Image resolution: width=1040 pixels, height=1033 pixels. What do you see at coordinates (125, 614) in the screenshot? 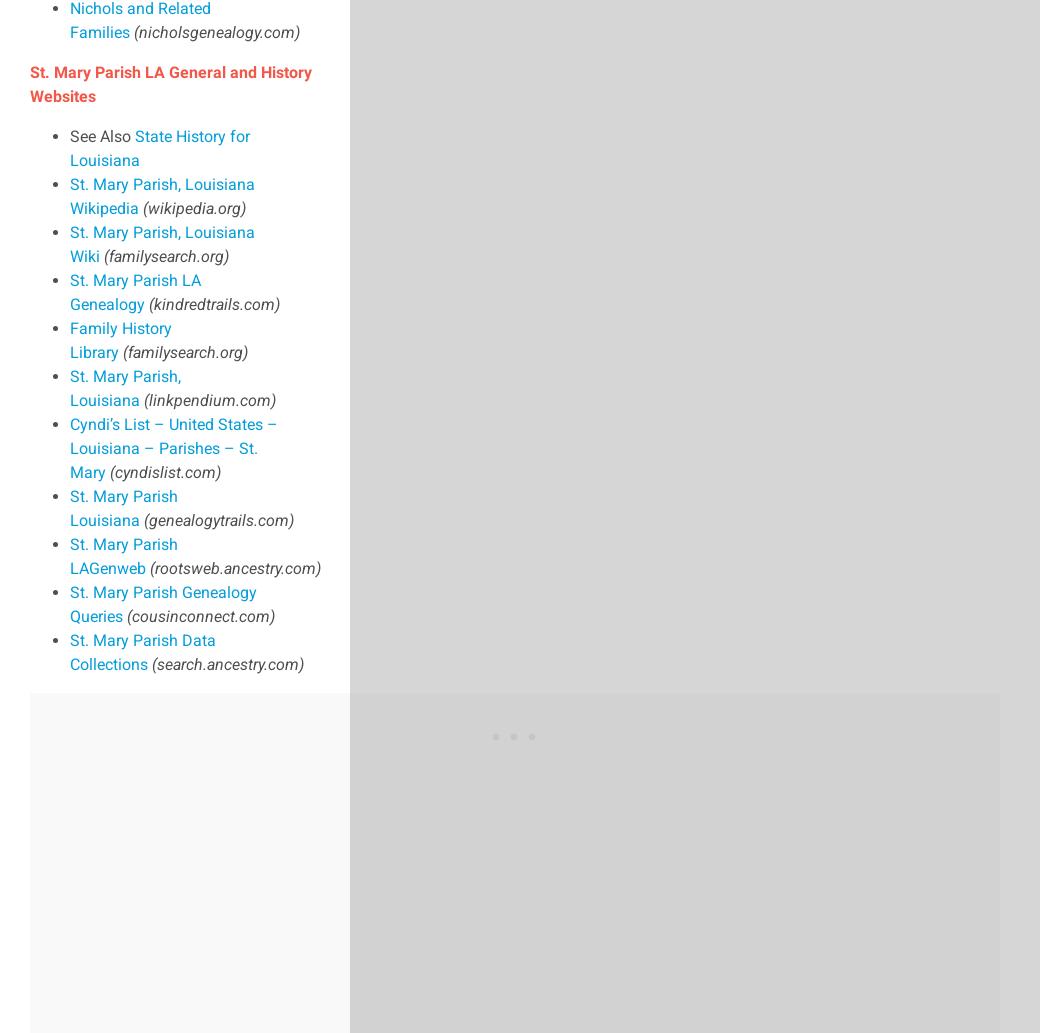
I see `'(cousinconnect.com)'` at bounding box center [125, 614].